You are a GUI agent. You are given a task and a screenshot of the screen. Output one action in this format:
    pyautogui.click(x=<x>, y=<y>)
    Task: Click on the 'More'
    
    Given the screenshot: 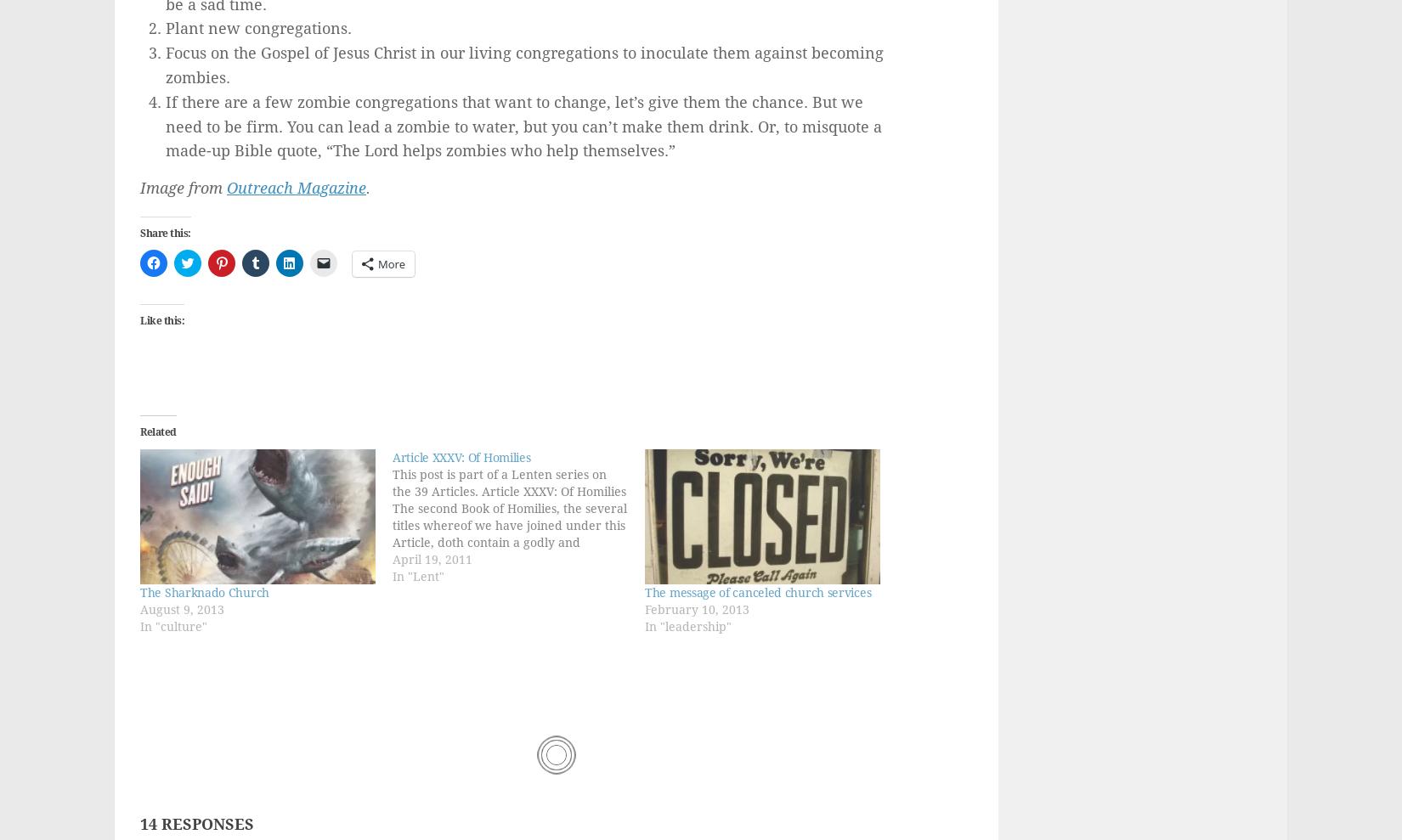 What is the action you would take?
    pyautogui.click(x=390, y=264)
    